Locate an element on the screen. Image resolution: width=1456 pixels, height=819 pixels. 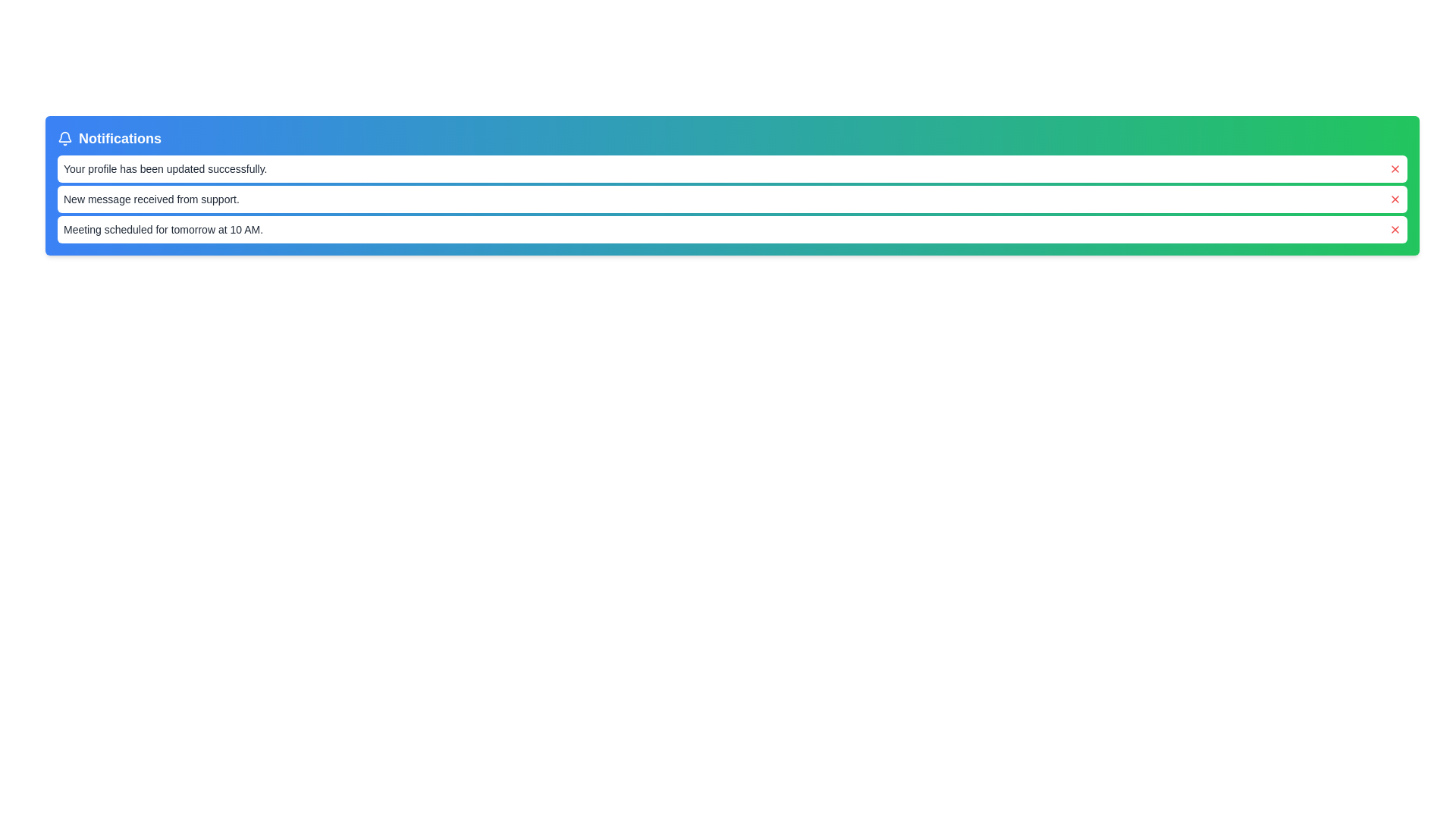
the minimalist outline bell icon located to the left of the 'Notifications' title, which signifies notifications or alerts is located at coordinates (64, 138).